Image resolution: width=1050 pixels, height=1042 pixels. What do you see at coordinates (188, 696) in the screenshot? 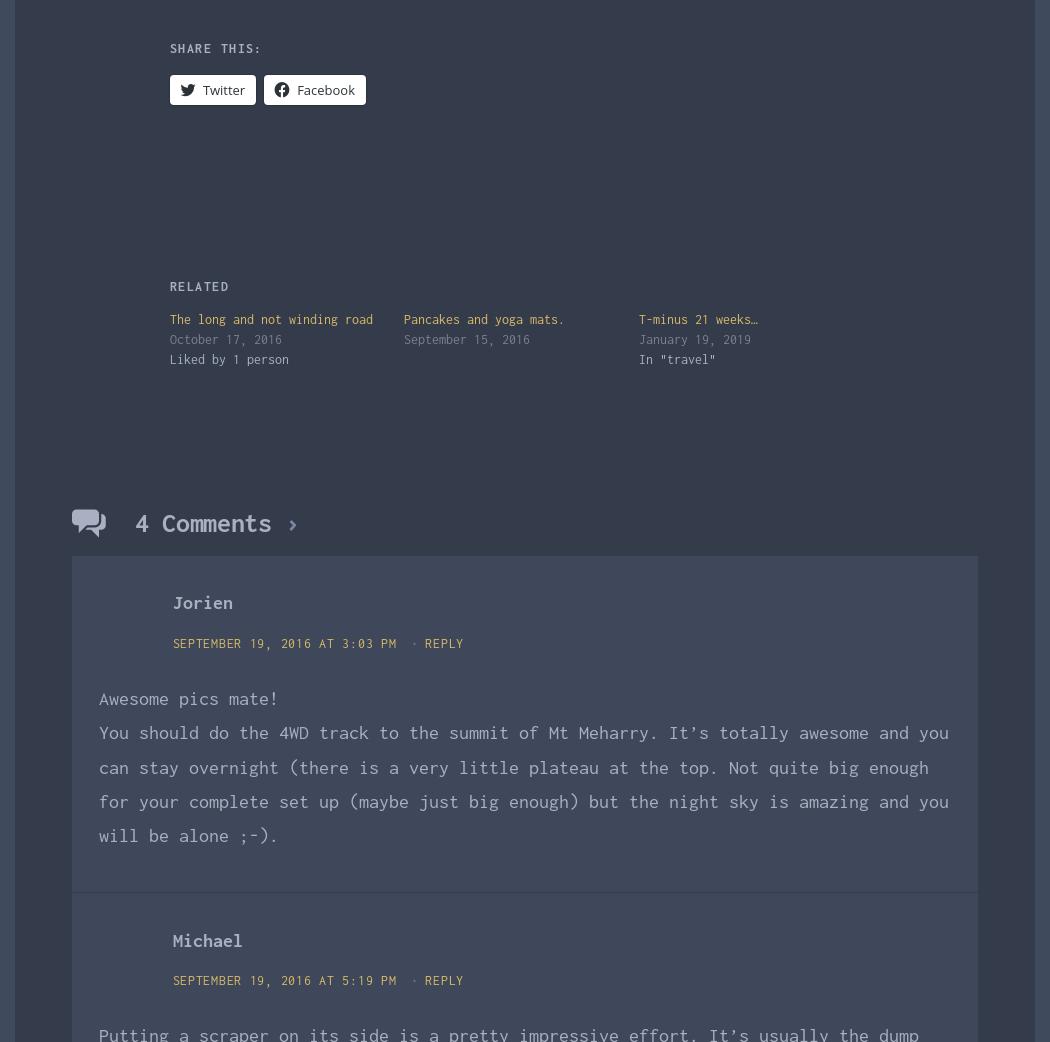
I see `'Awesome pics mate!'` at bounding box center [188, 696].